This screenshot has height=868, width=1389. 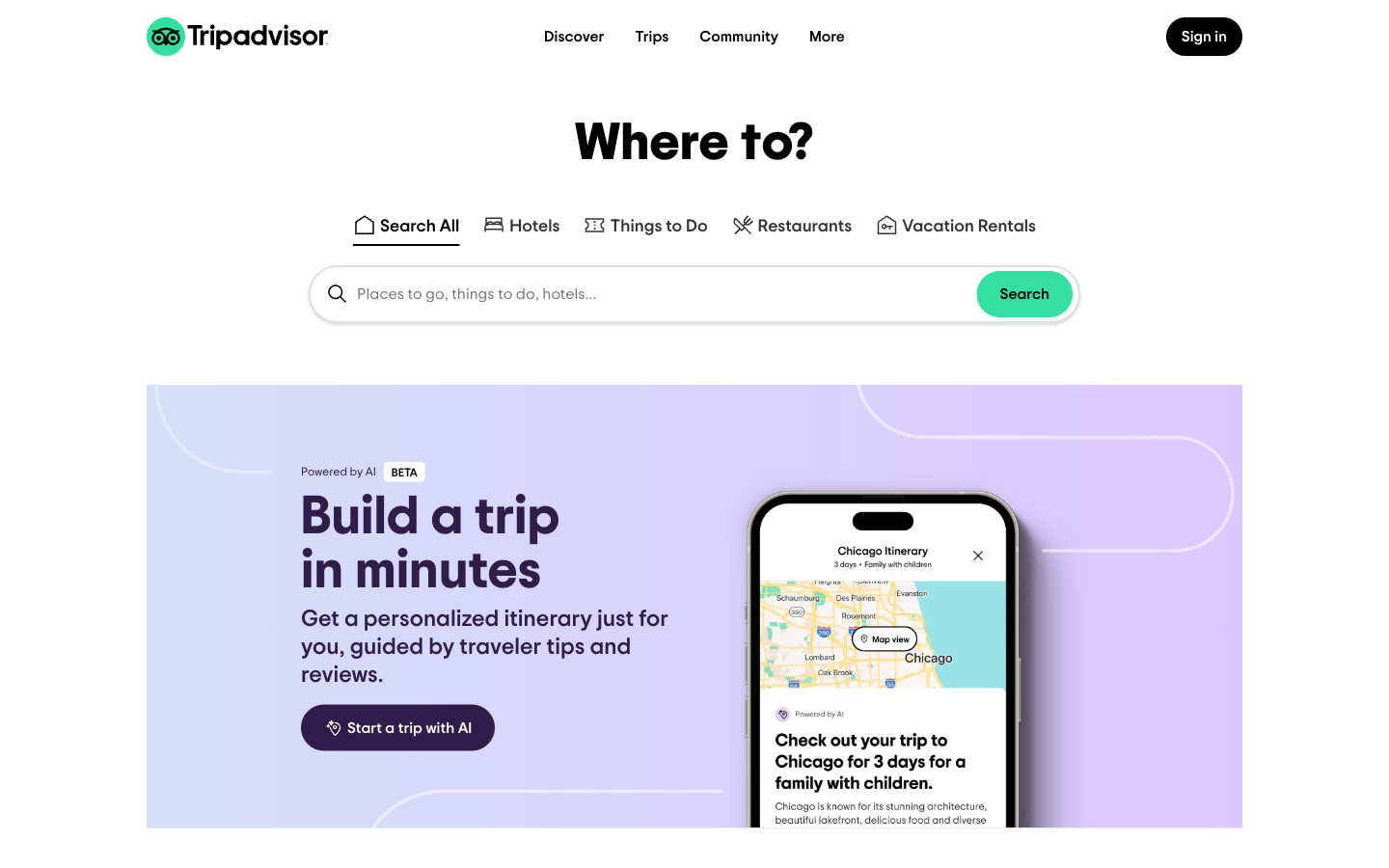 I want to click on Execute a search for Holiday Inn hotel branches, so click(x=520, y=217).